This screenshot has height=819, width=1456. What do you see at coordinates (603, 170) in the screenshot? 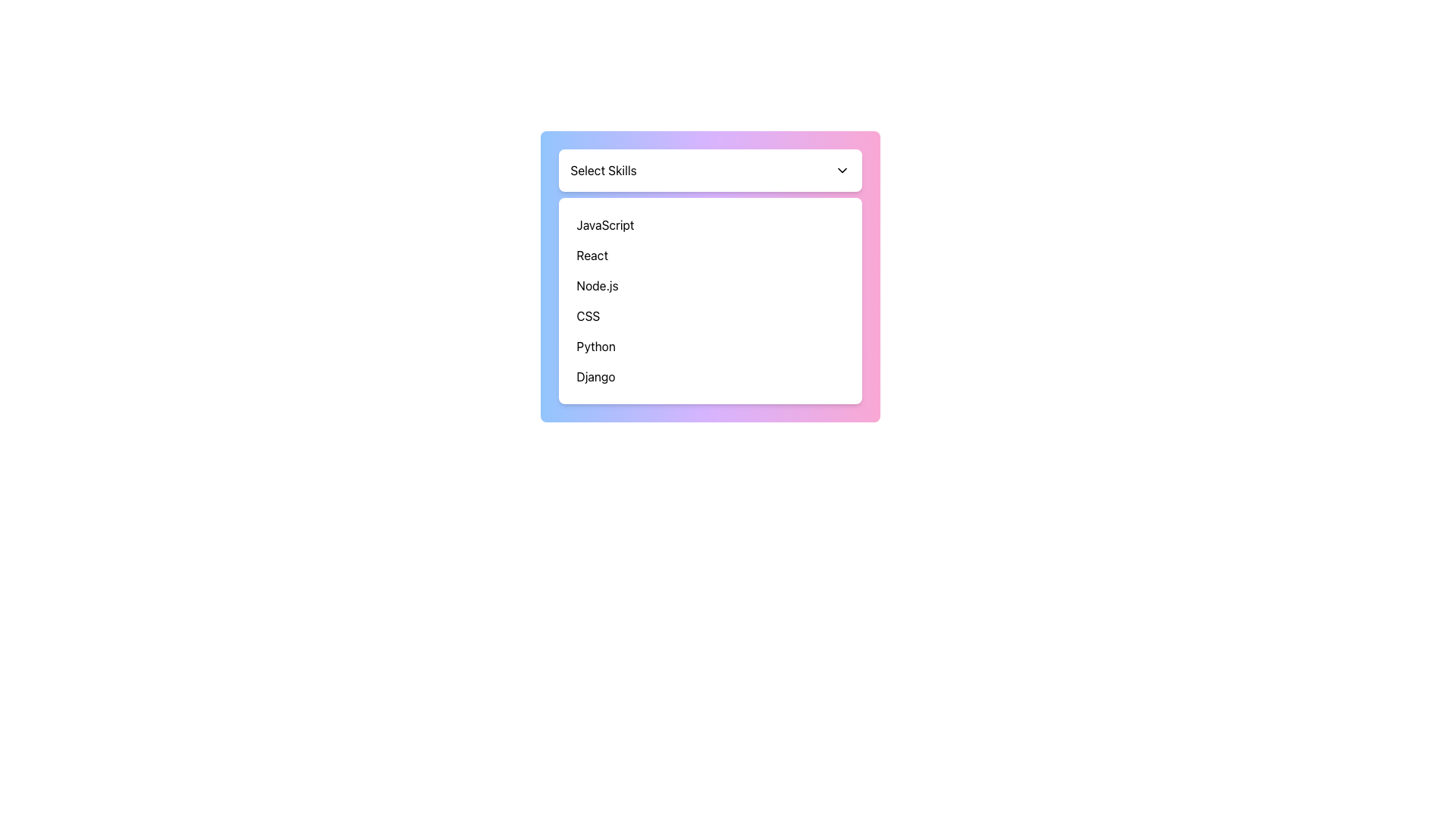
I see `the Text label of the skill selection dropdown menu` at bounding box center [603, 170].